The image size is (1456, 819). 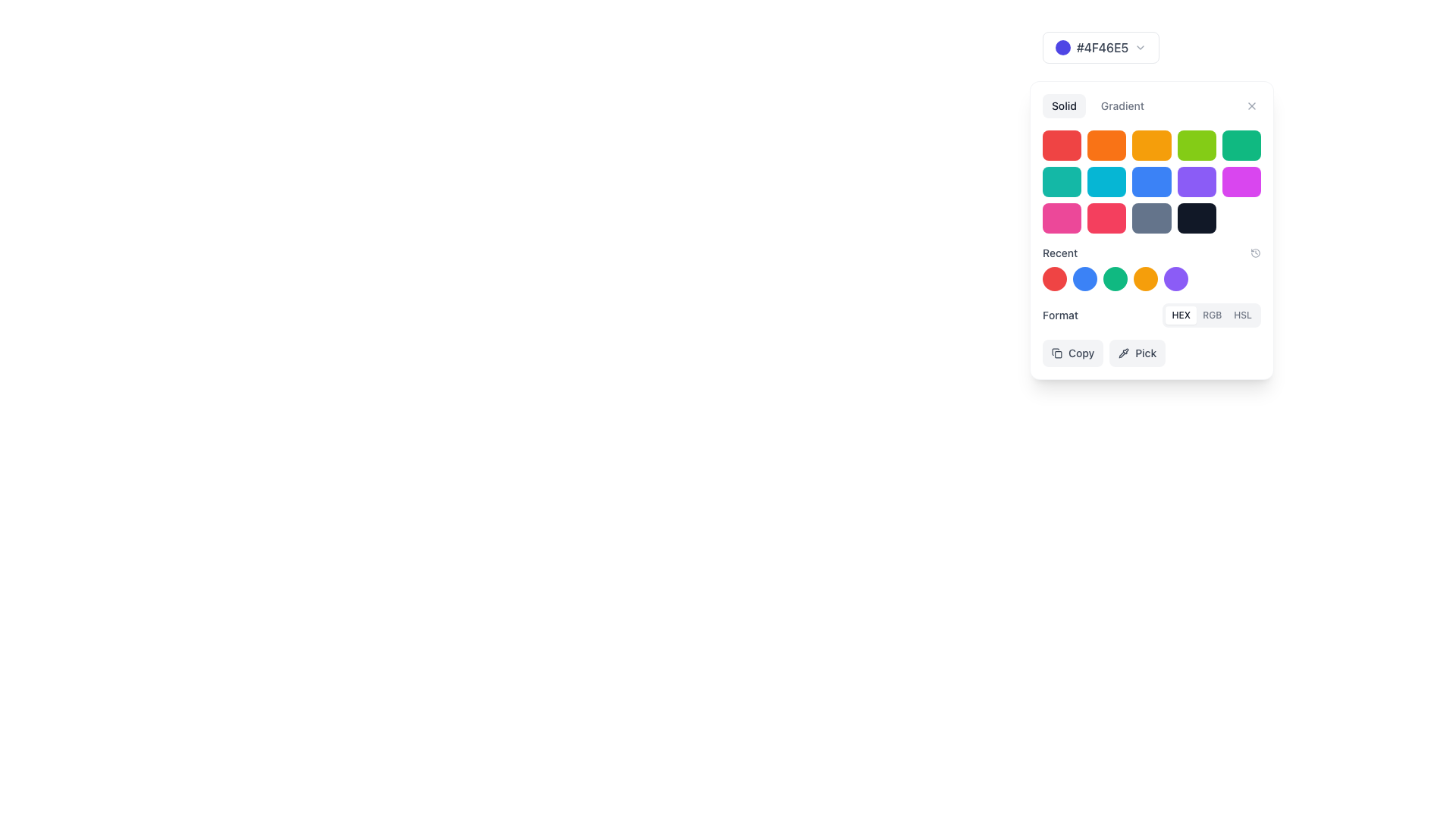 I want to click on the button located in the fifth column of the third row of the grid, so click(x=1241, y=218).